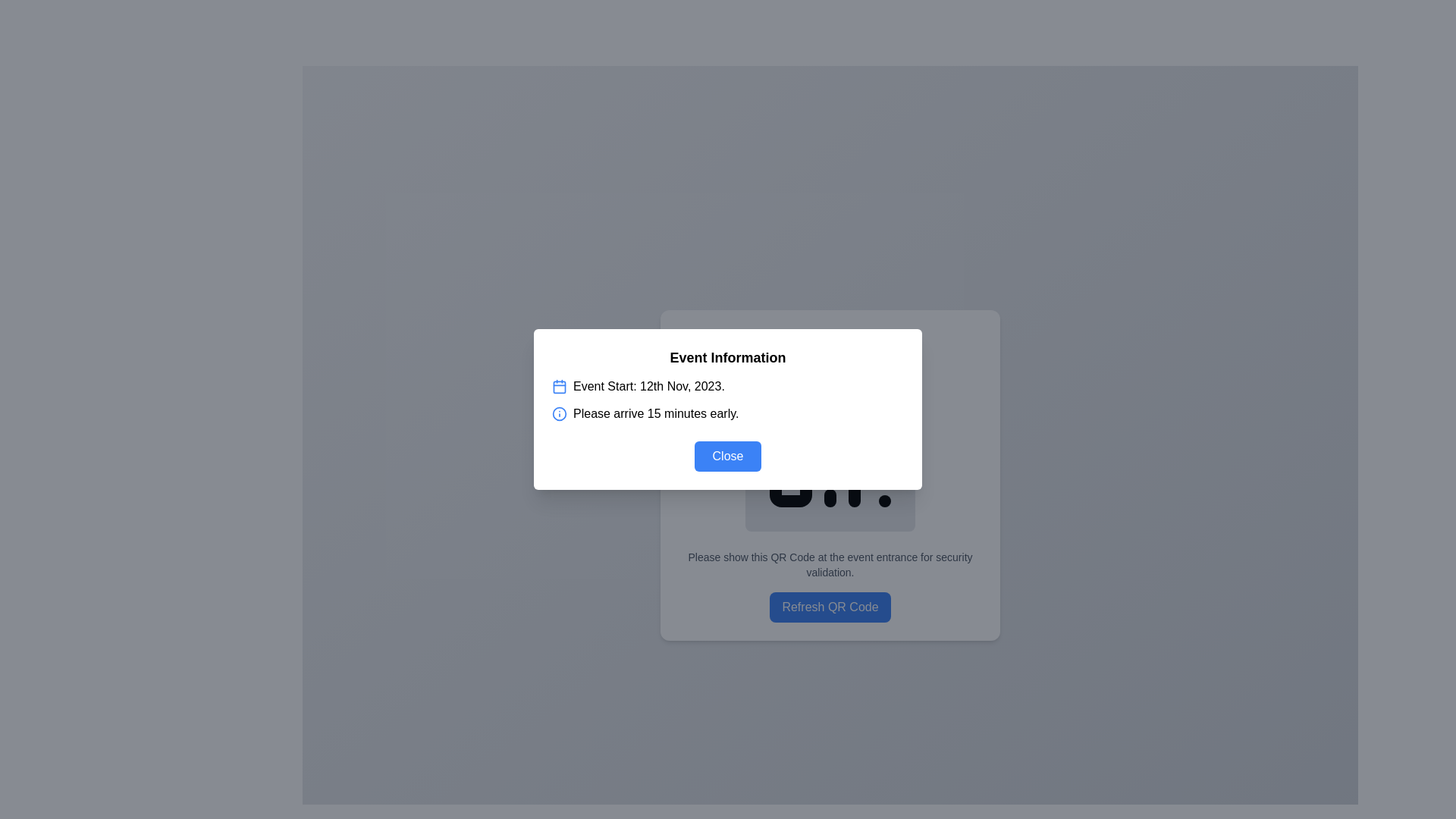  I want to click on the informational text that notifies users about arriving early for an event, located below 'Event Start: 12th Nov, 2023.' and above the 'Close' button, so click(656, 414).